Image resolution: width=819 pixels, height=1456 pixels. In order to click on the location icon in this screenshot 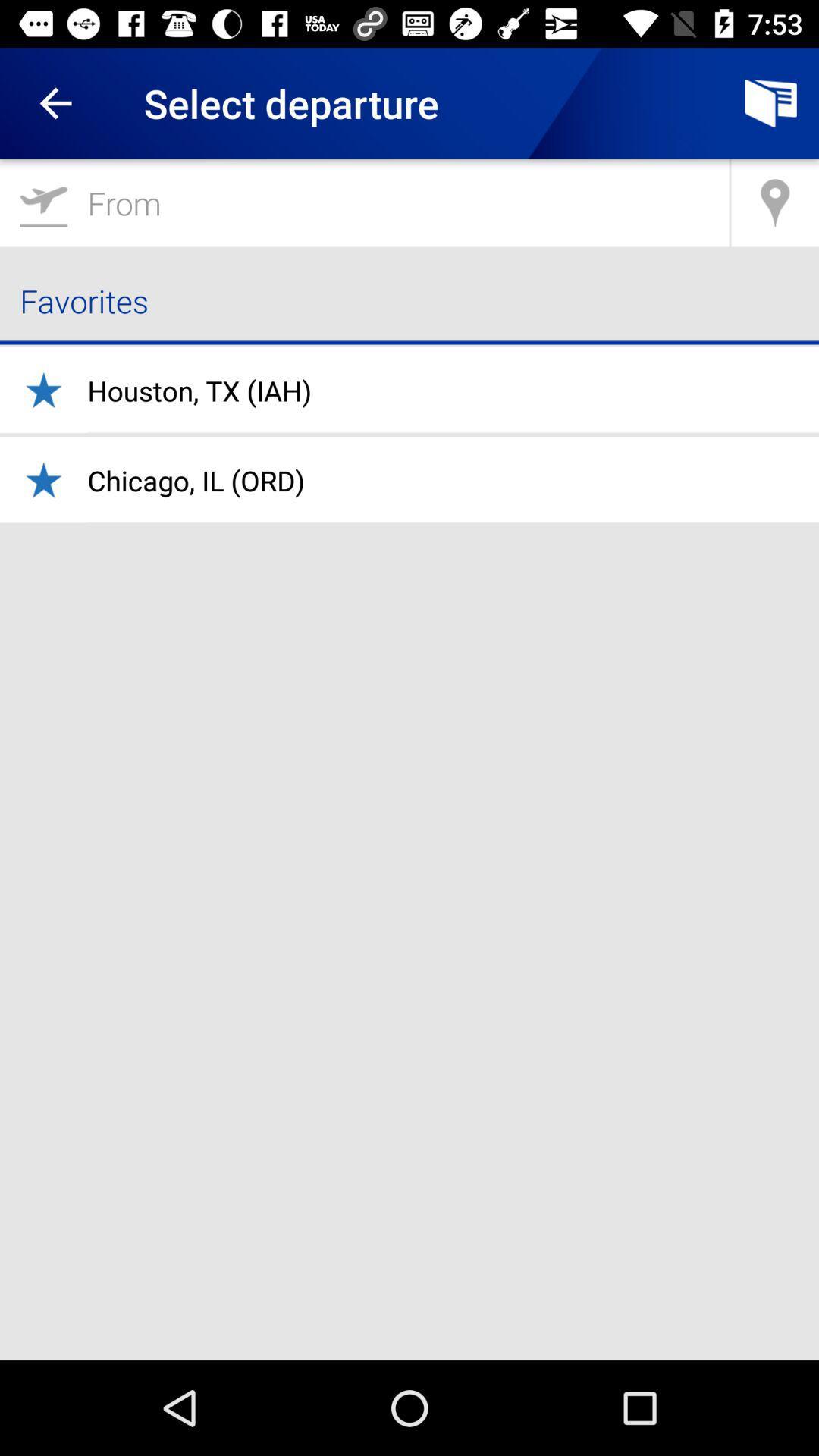, I will do `click(775, 202)`.